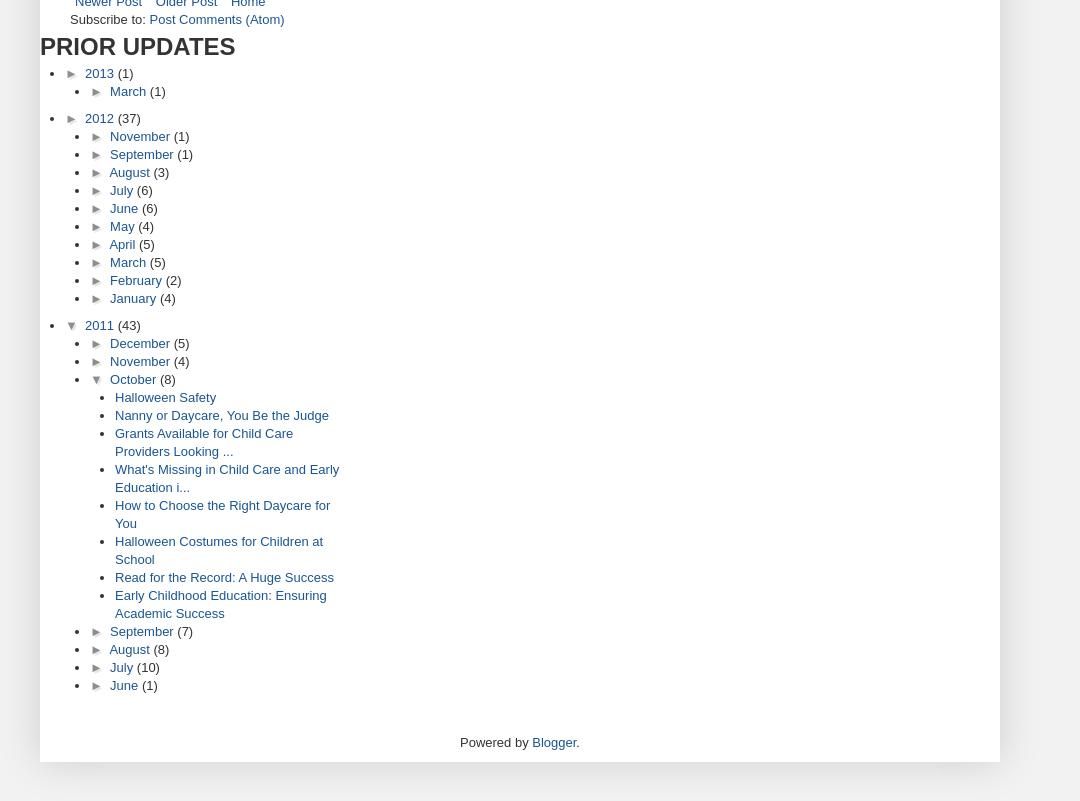 This screenshot has height=801, width=1080. I want to click on '2013', so click(83, 73).